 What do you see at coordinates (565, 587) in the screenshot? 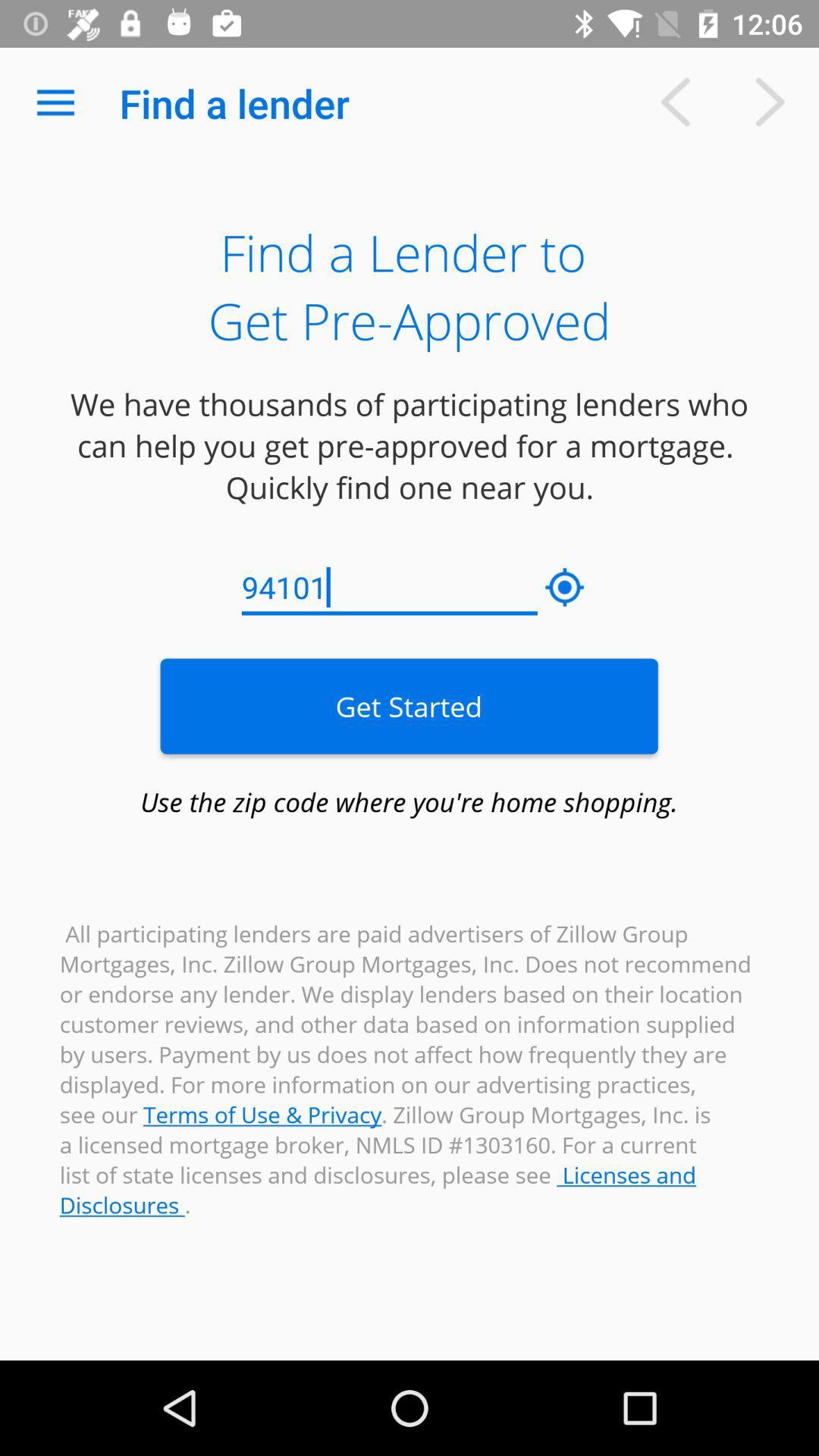
I see `the icon to the right of 94101 icon` at bounding box center [565, 587].